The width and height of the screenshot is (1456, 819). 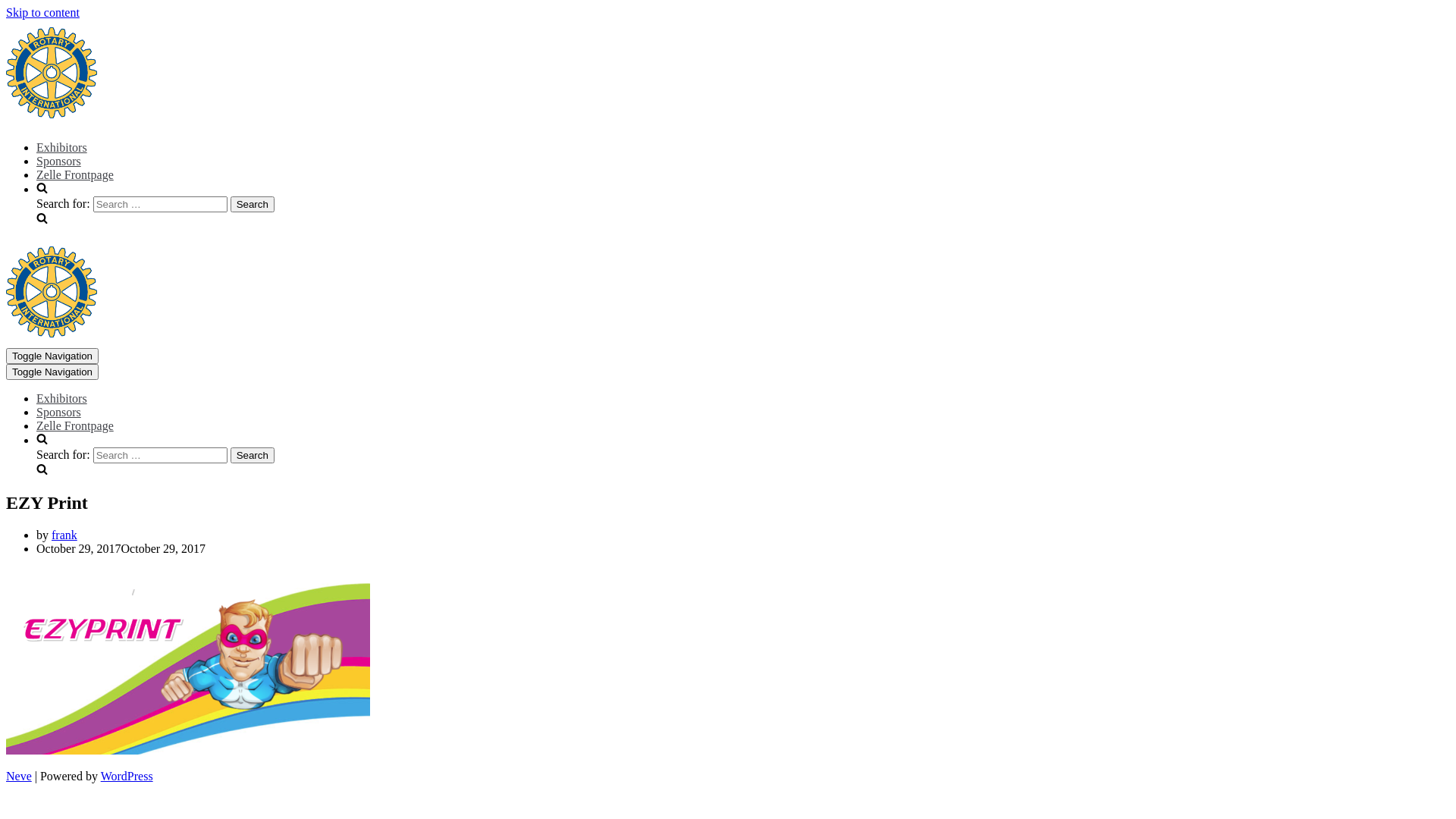 I want to click on 'Neve', so click(x=18, y=776).